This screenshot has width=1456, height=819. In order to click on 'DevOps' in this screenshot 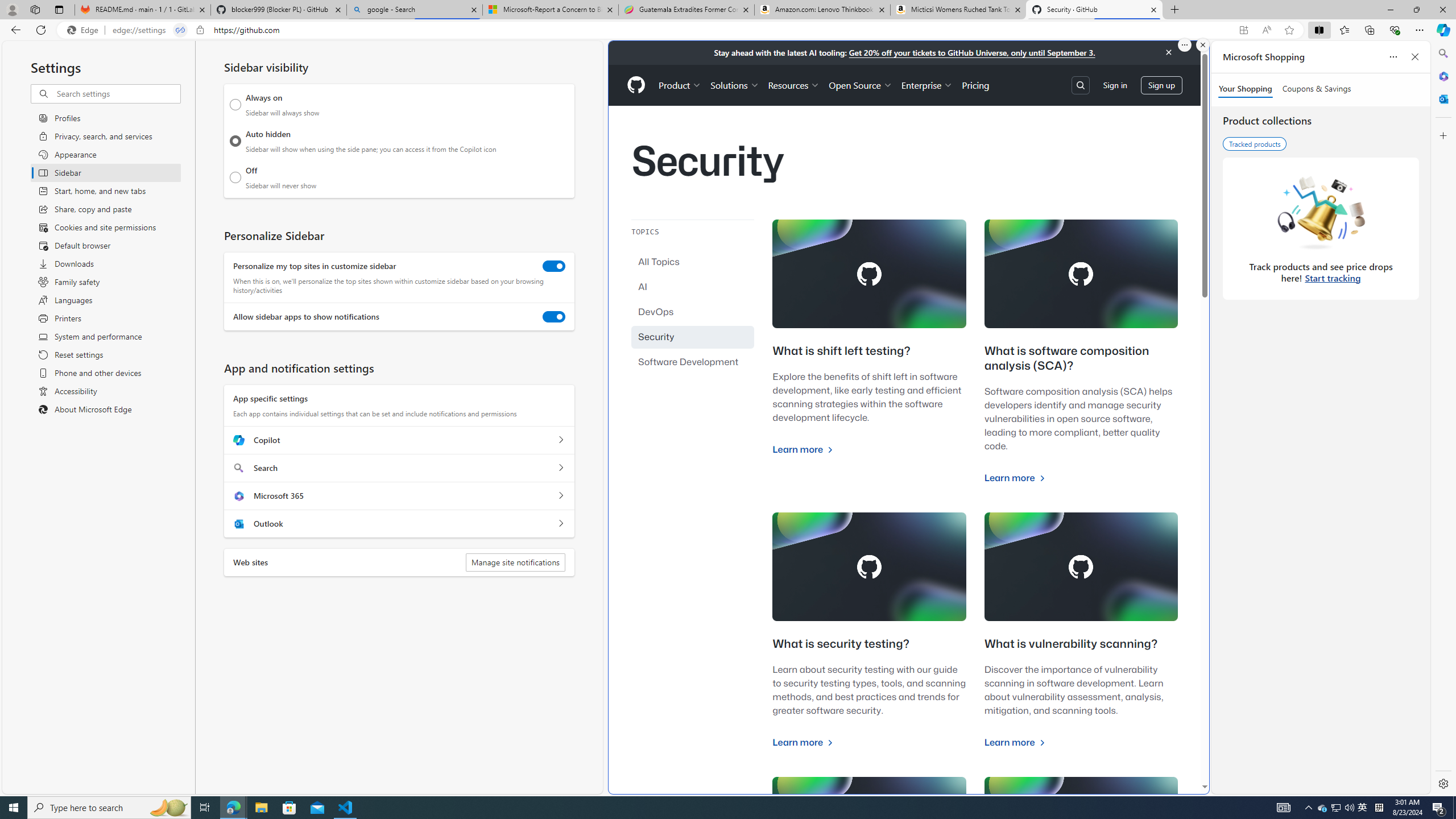, I will do `click(693, 311)`.